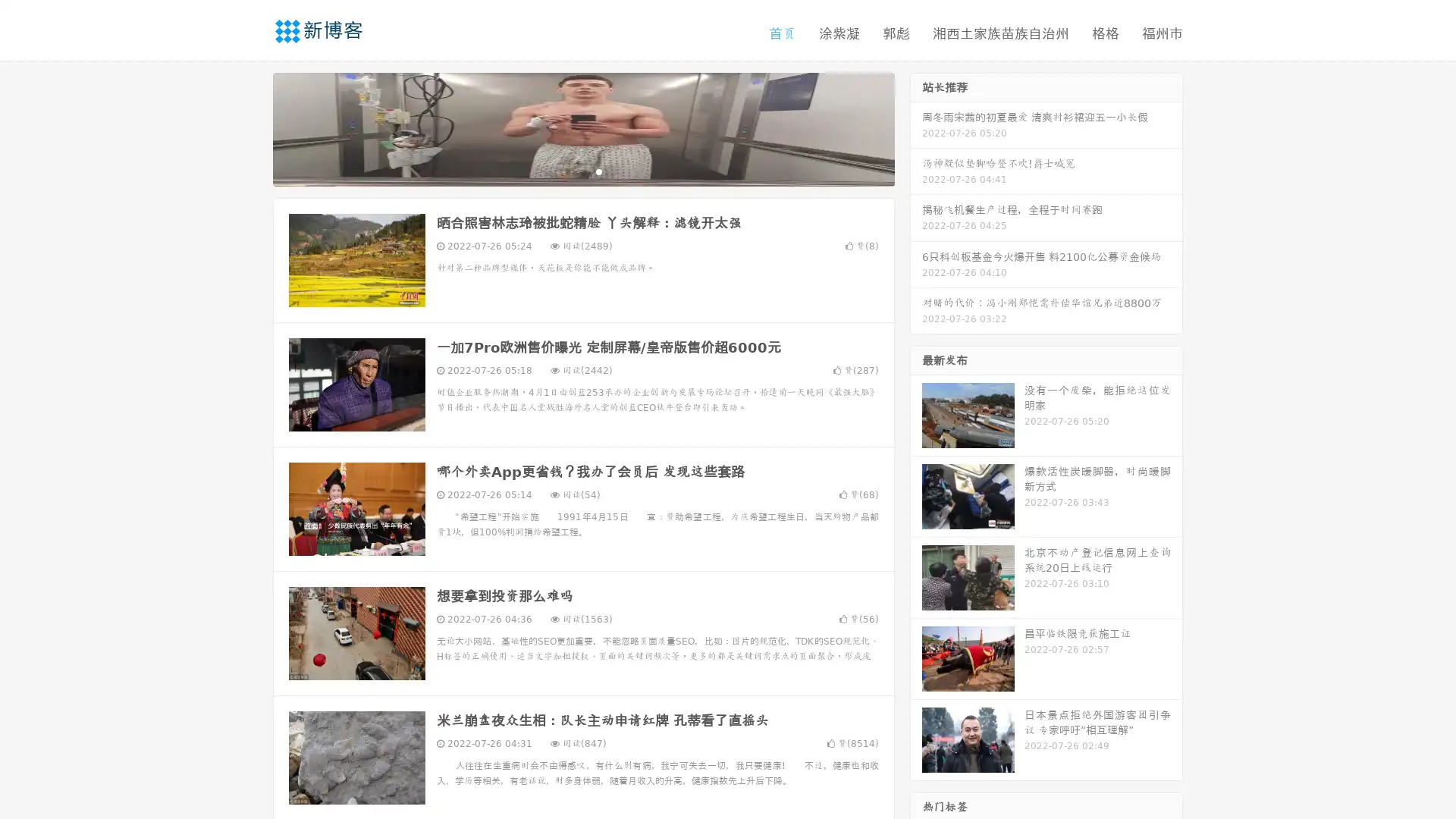 Image resolution: width=1456 pixels, height=819 pixels. Describe the element at coordinates (582, 171) in the screenshot. I see `Go to slide 2` at that location.